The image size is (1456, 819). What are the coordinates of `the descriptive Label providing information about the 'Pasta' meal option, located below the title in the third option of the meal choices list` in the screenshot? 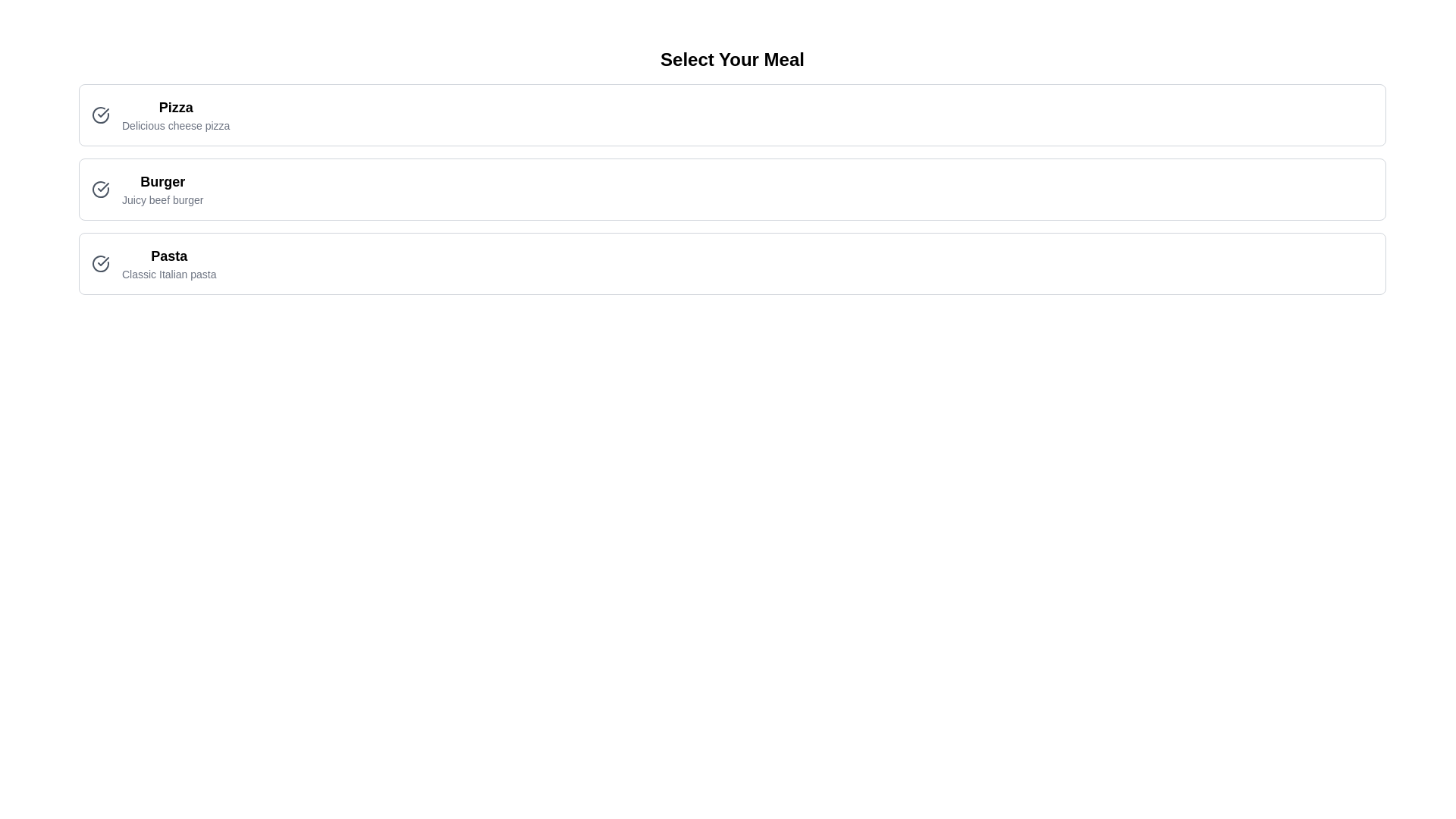 It's located at (169, 275).